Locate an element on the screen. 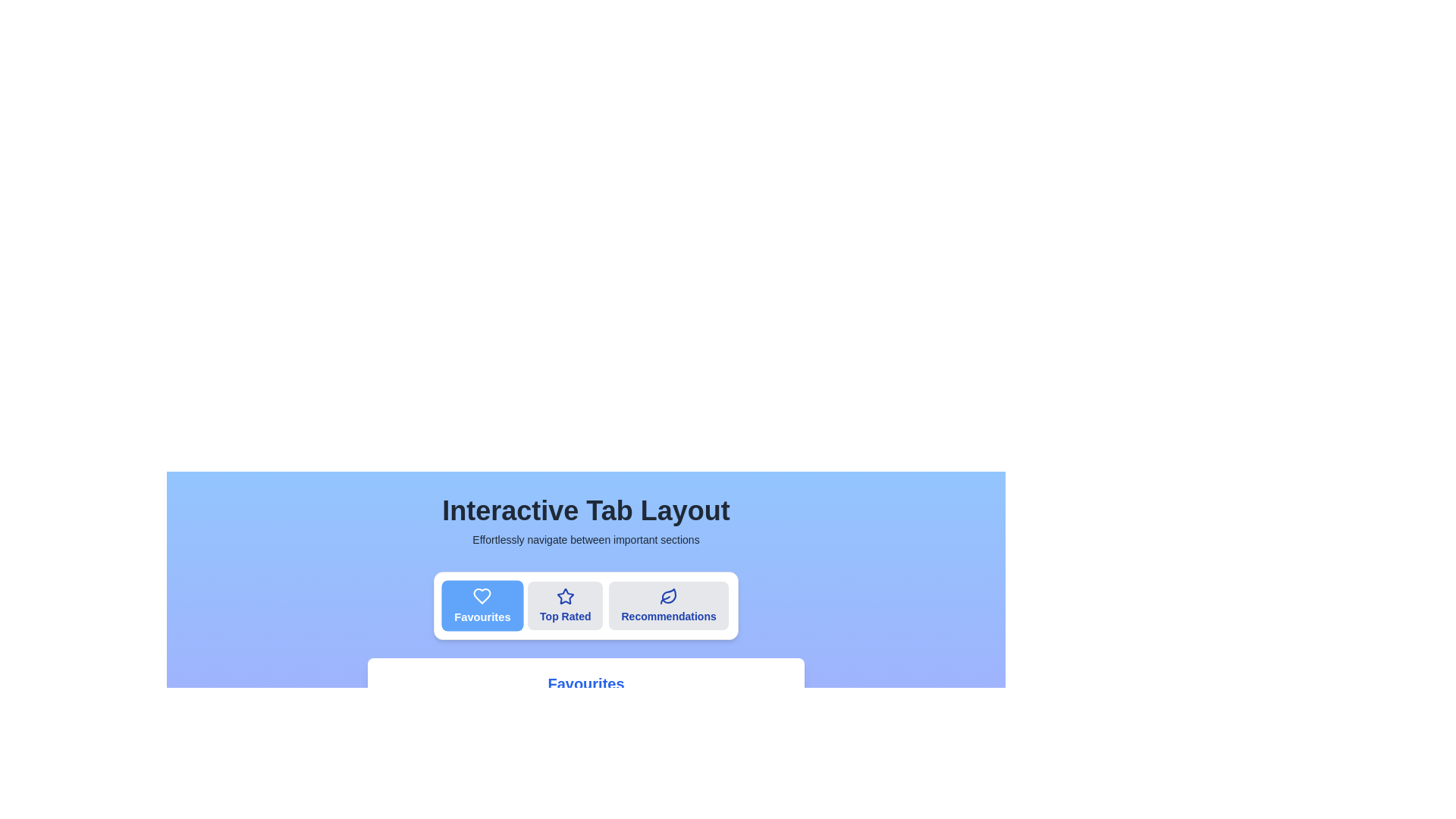 The image size is (1456, 819). the tab labeled Favourites to switch to the corresponding section is located at coordinates (482, 604).